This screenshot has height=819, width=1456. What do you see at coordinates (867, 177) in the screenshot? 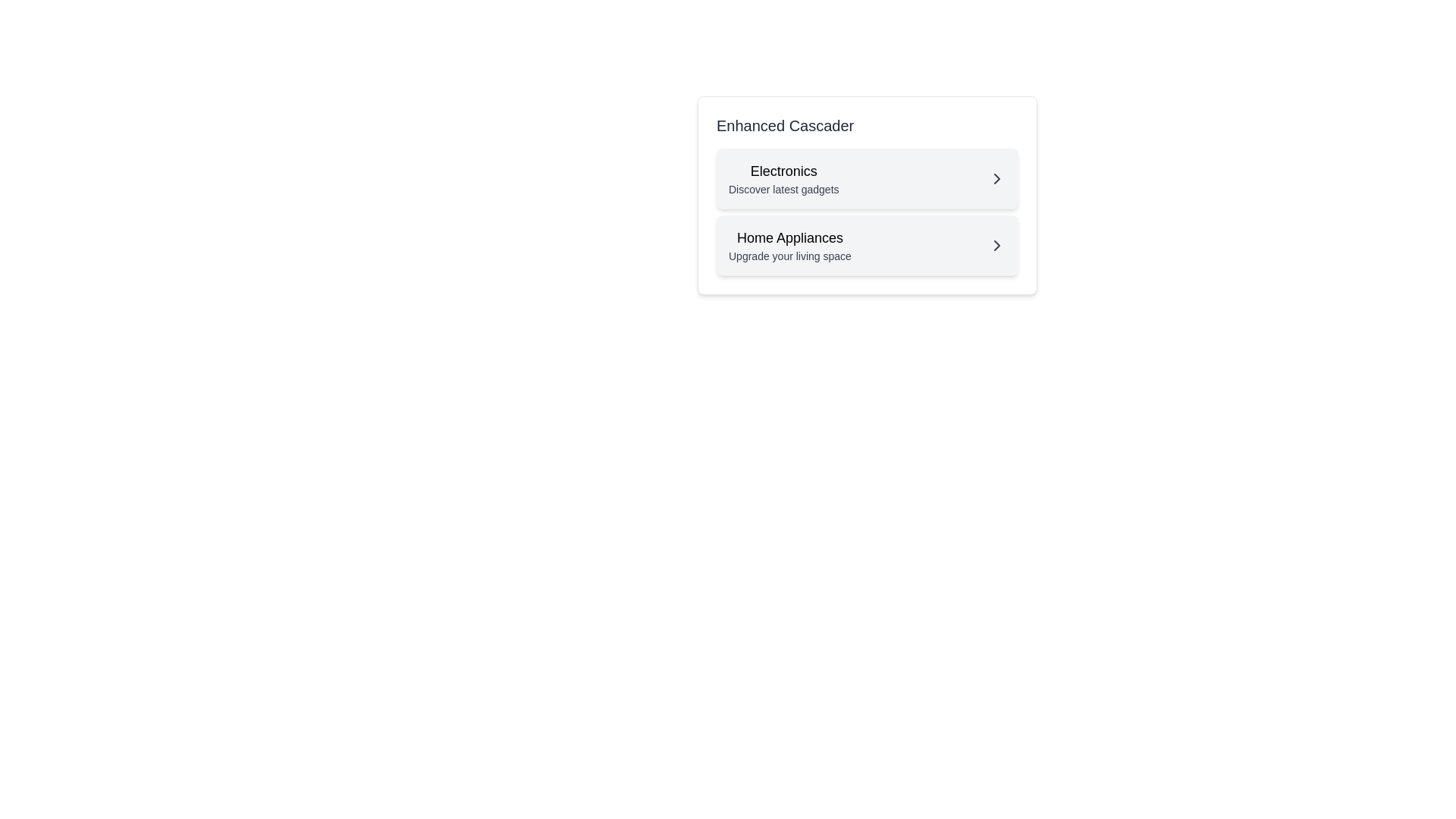
I see `the clickable menu item labeled 'Electronics' with the description 'Discover latest gadgets'` at bounding box center [867, 177].